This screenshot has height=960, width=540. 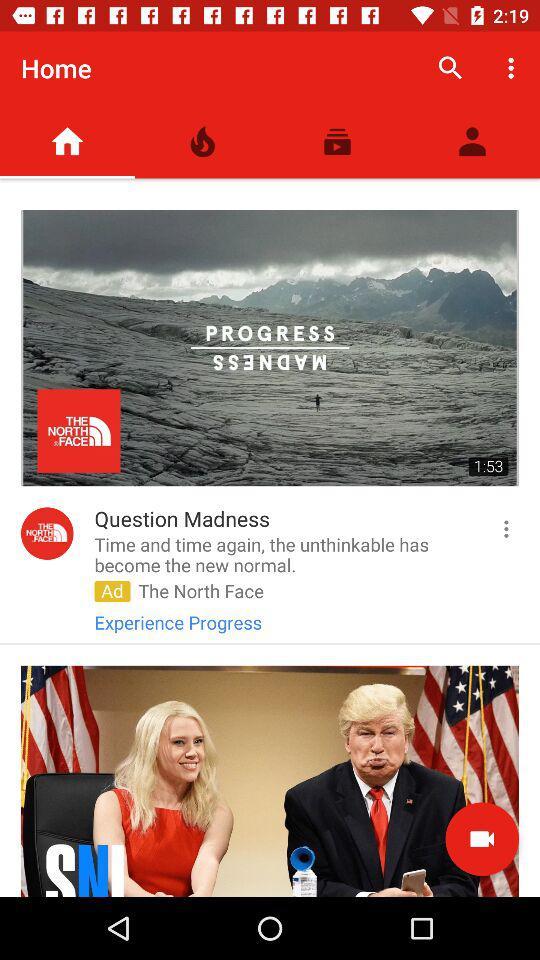 What do you see at coordinates (481, 839) in the screenshot?
I see `the videocam icon` at bounding box center [481, 839].